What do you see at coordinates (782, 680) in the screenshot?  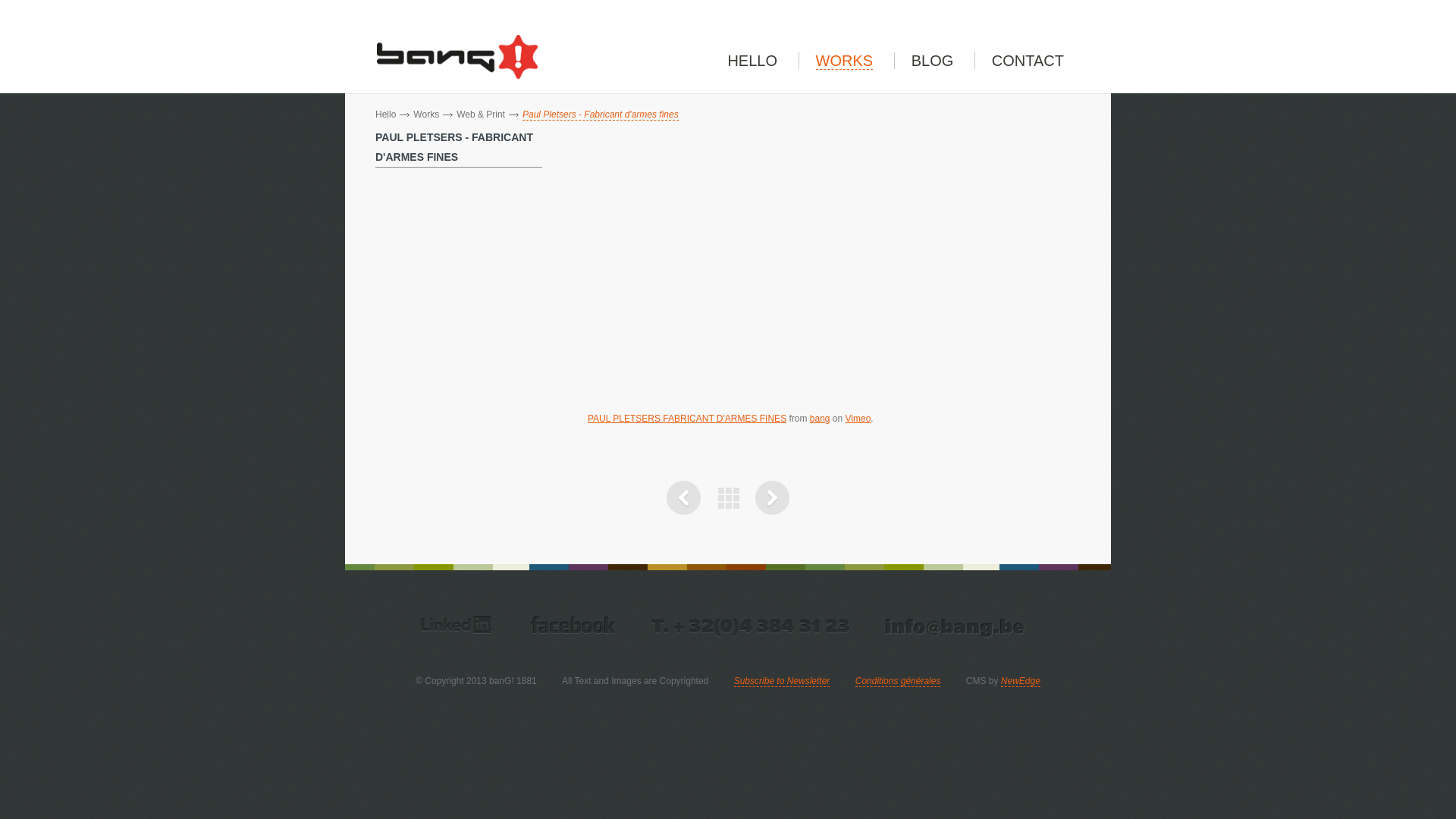 I see `'Subscribe to Newsletter'` at bounding box center [782, 680].